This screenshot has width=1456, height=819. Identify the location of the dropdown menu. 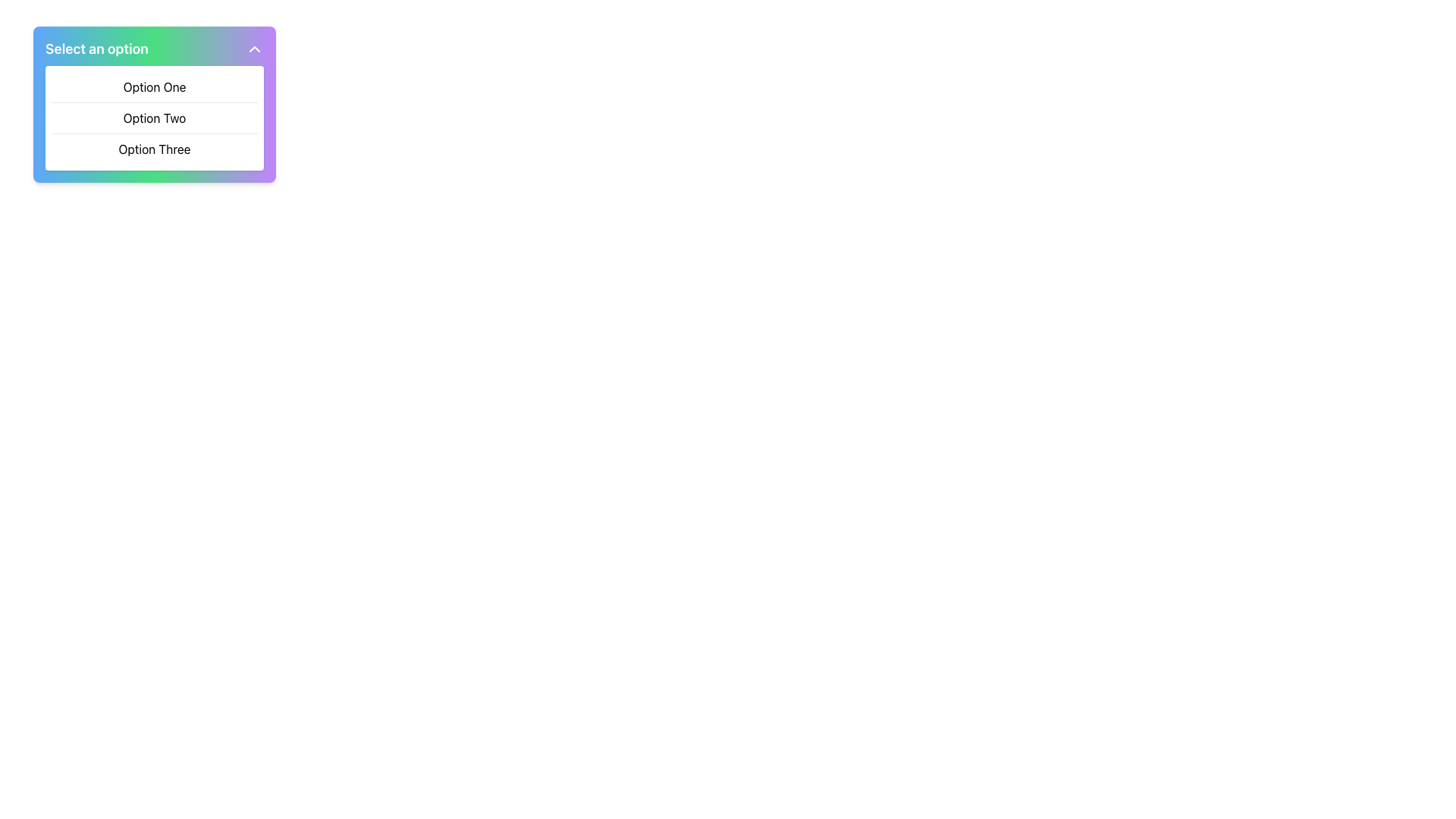
(154, 117).